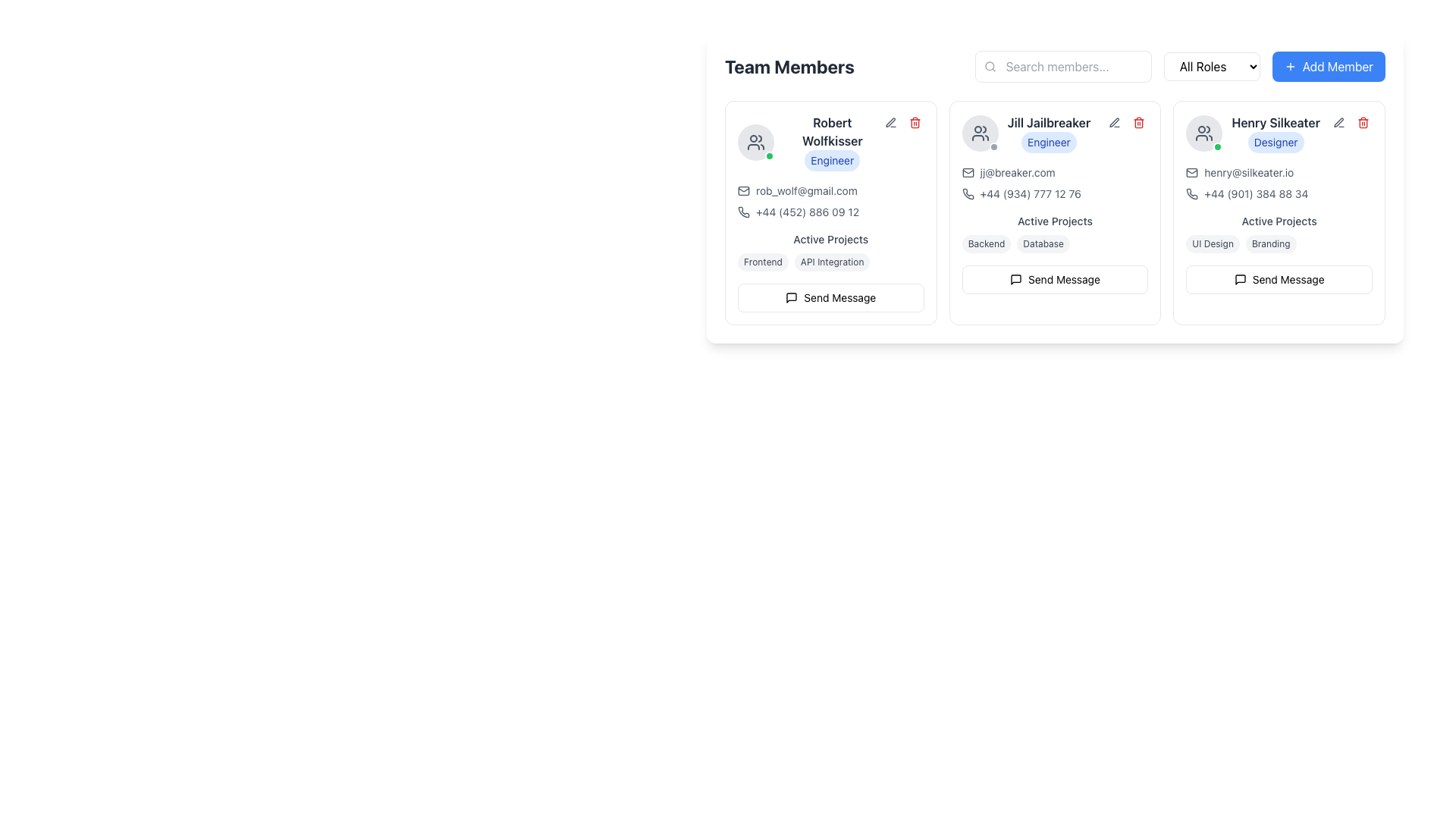 This screenshot has height=819, width=1456. What do you see at coordinates (1211, 66) in the screenshot?
I see `the dropdown menu that allows users to filter or select roles, located to the right of the search bar and to the left of the 'Add Member' button in the horizontal toolbar` at bounding box center [1211, 66].